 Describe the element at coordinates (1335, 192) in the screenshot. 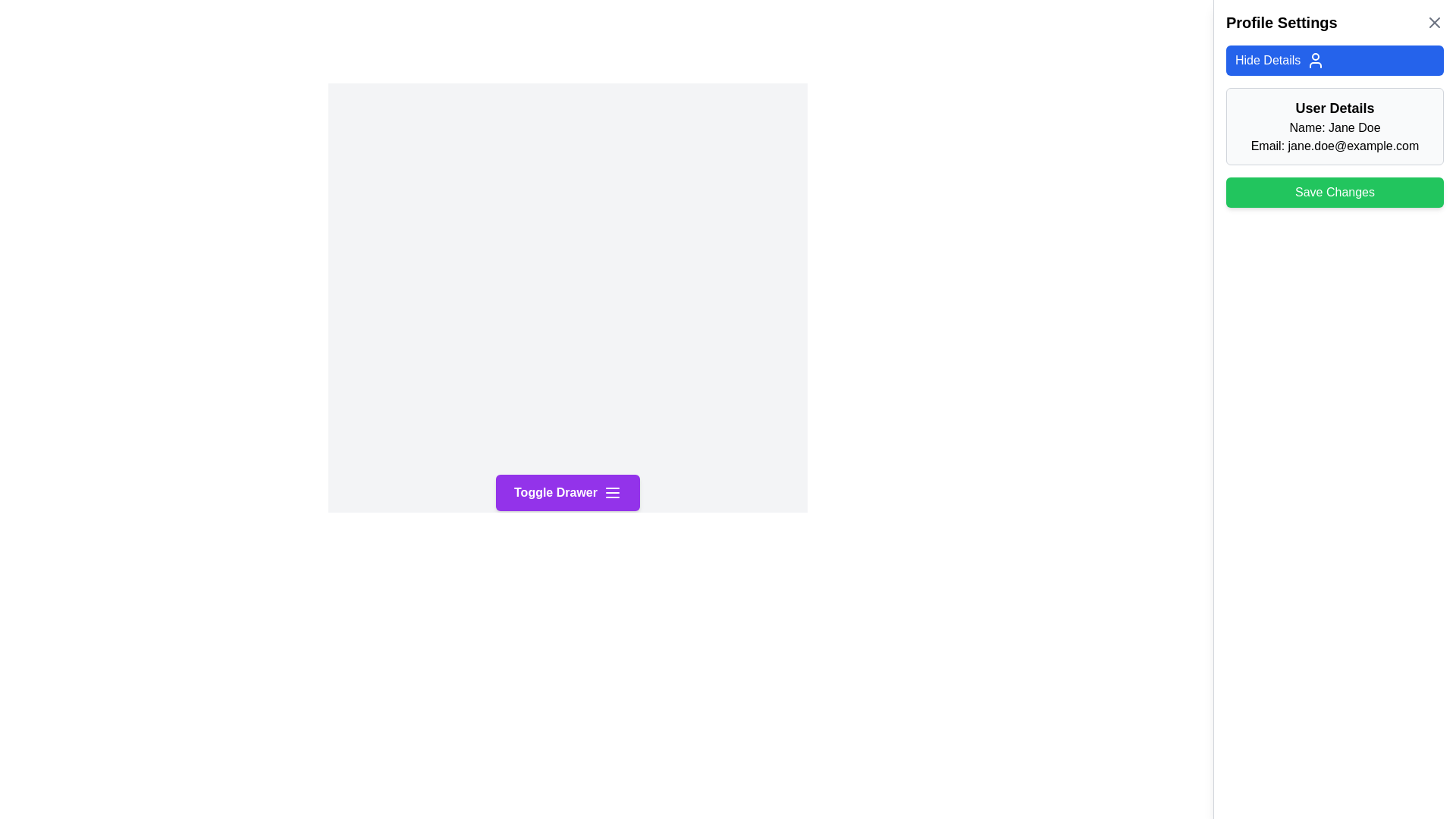

I see `the 'Save Changes' button located at the bottom right of the 'Profile Settings' panel` at that location.